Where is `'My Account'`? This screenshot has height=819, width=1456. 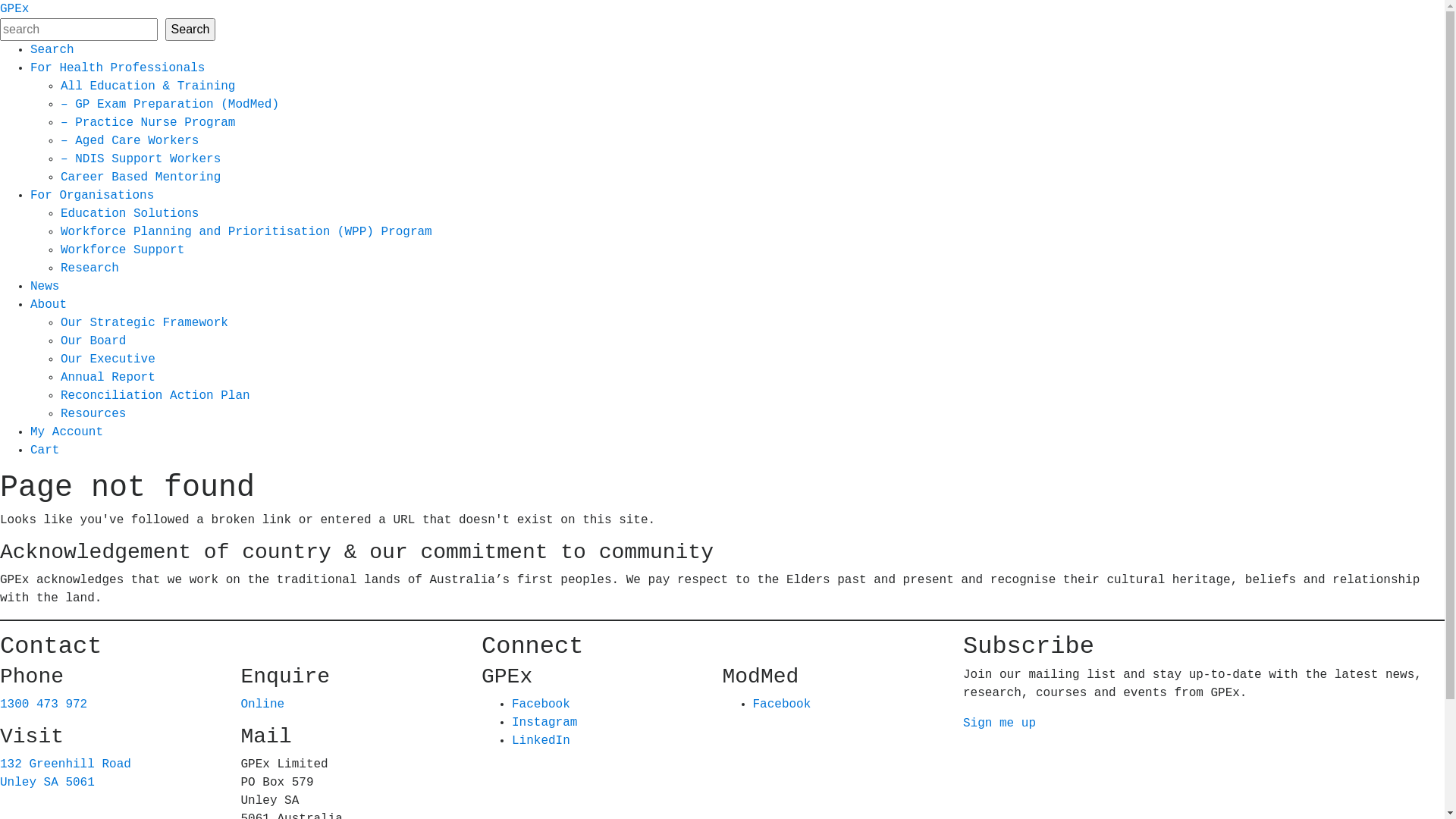
'My Account' is located at coordinates (30, 432).